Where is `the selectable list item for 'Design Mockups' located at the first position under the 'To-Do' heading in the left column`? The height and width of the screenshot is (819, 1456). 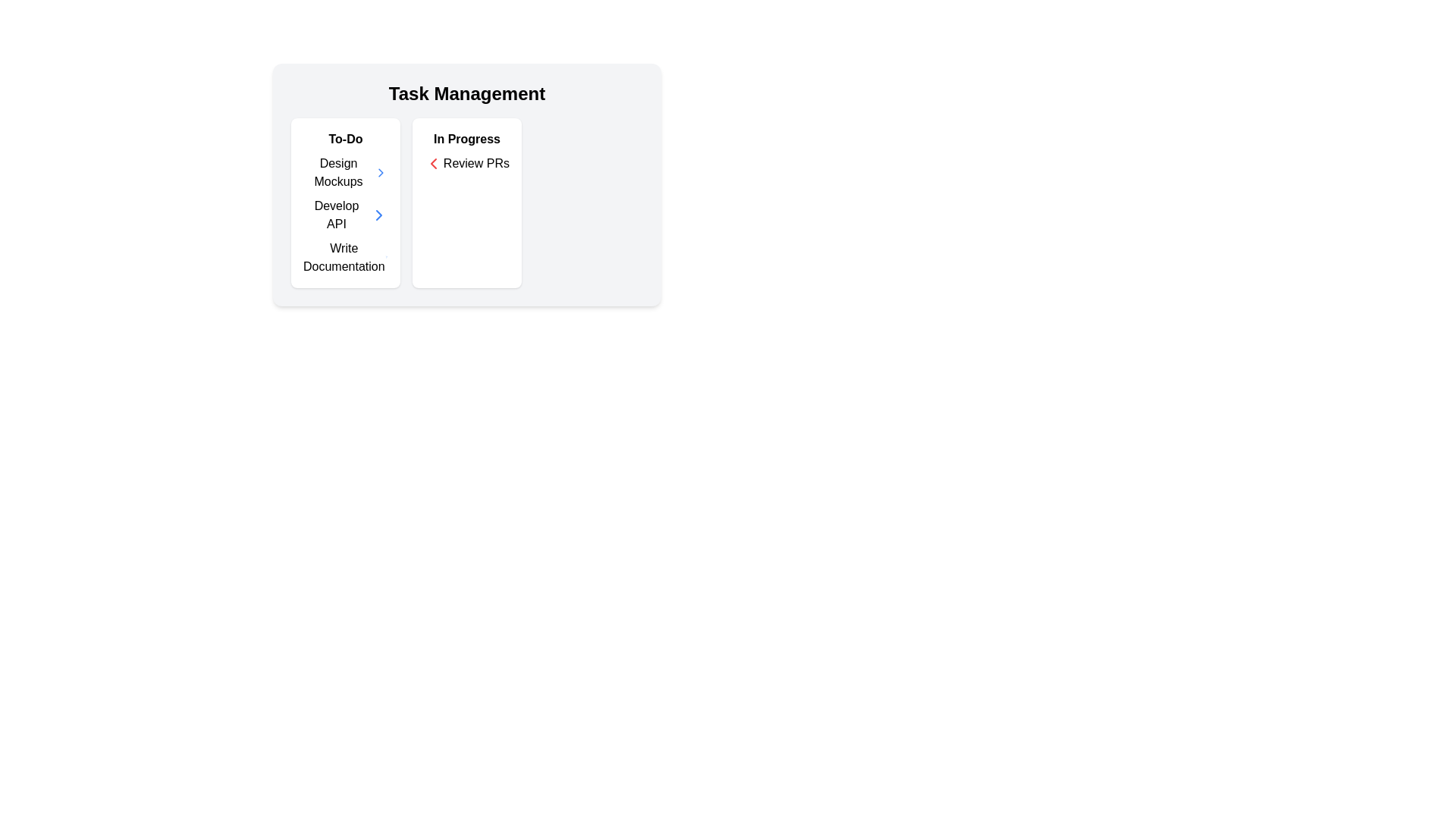
the selectable list item for 'Design Mockups' located at the first position under the 'To-Do' heading in the left column is located at coordinates (345, 171).